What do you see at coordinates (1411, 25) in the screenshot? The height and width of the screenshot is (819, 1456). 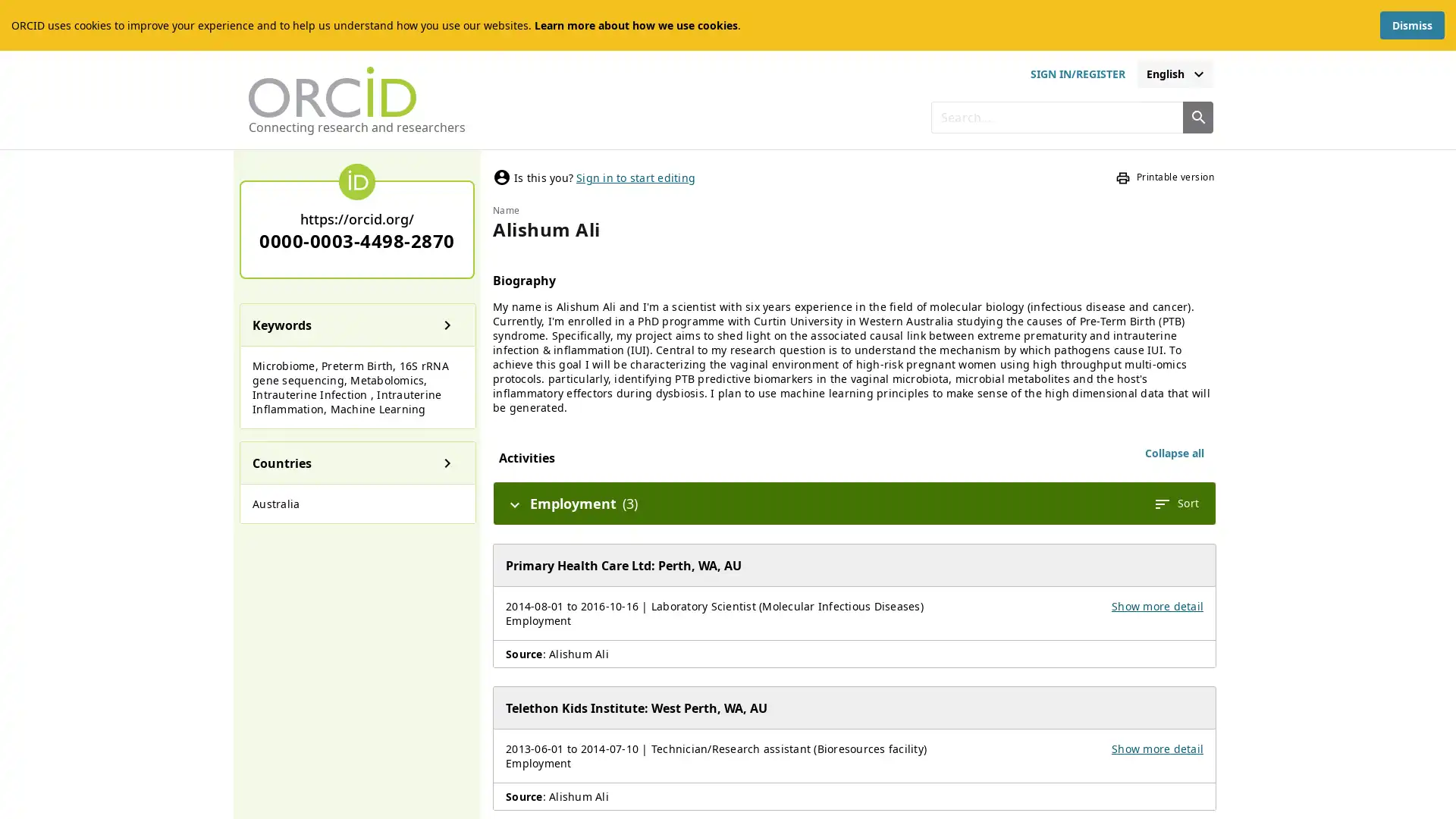 I see `Dismiss` at bounding box center [1411, 25].